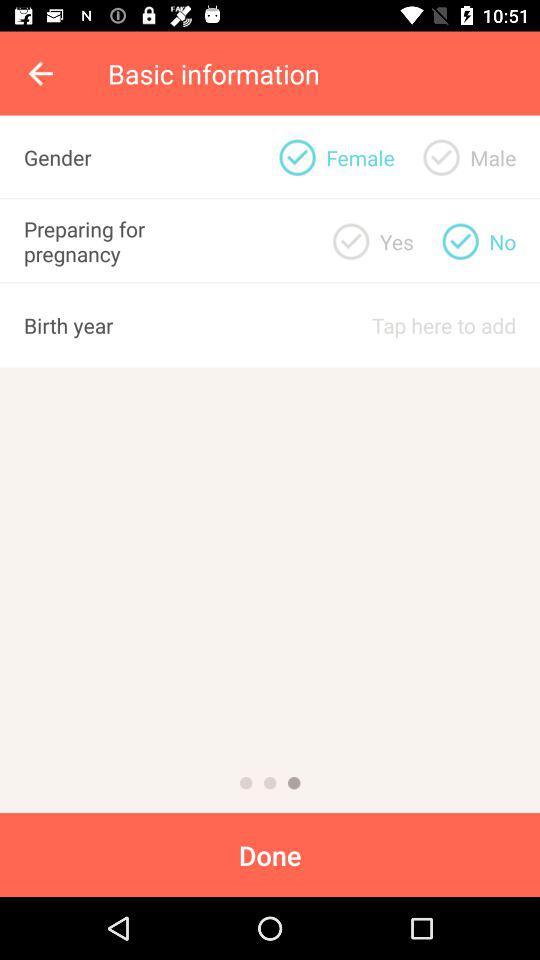 Image resolution: width=540 pixels, height=960 pixels. I want to click on icon next to the female, so click(441, 156).